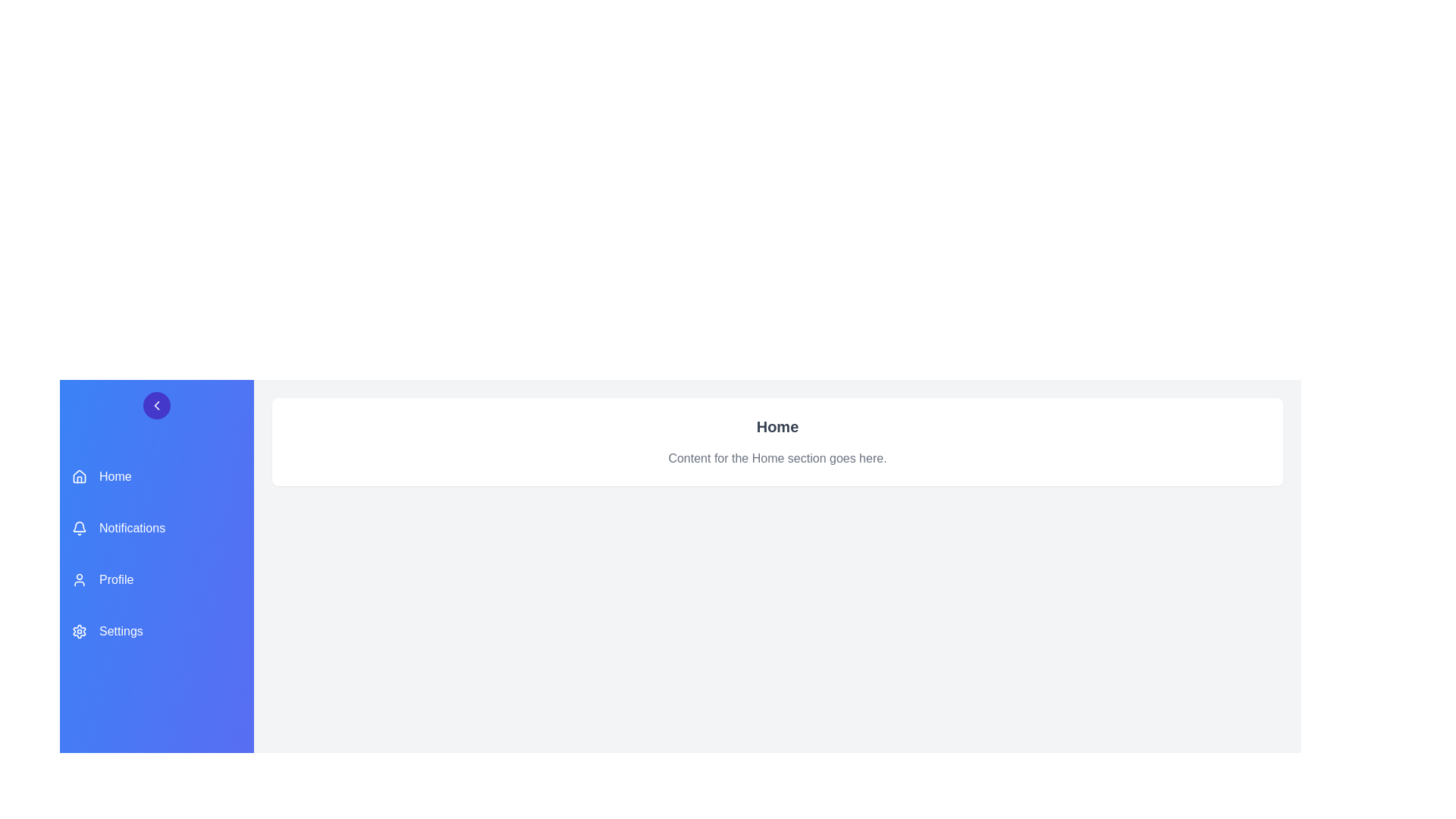 Image resolution: width=1456 pixels, height=819 pixels. I want to click on the 'Settings' text label located in the bottom part of the left sidebar menu, which is directly following the 'Profile' menu item, so click(120, 632).